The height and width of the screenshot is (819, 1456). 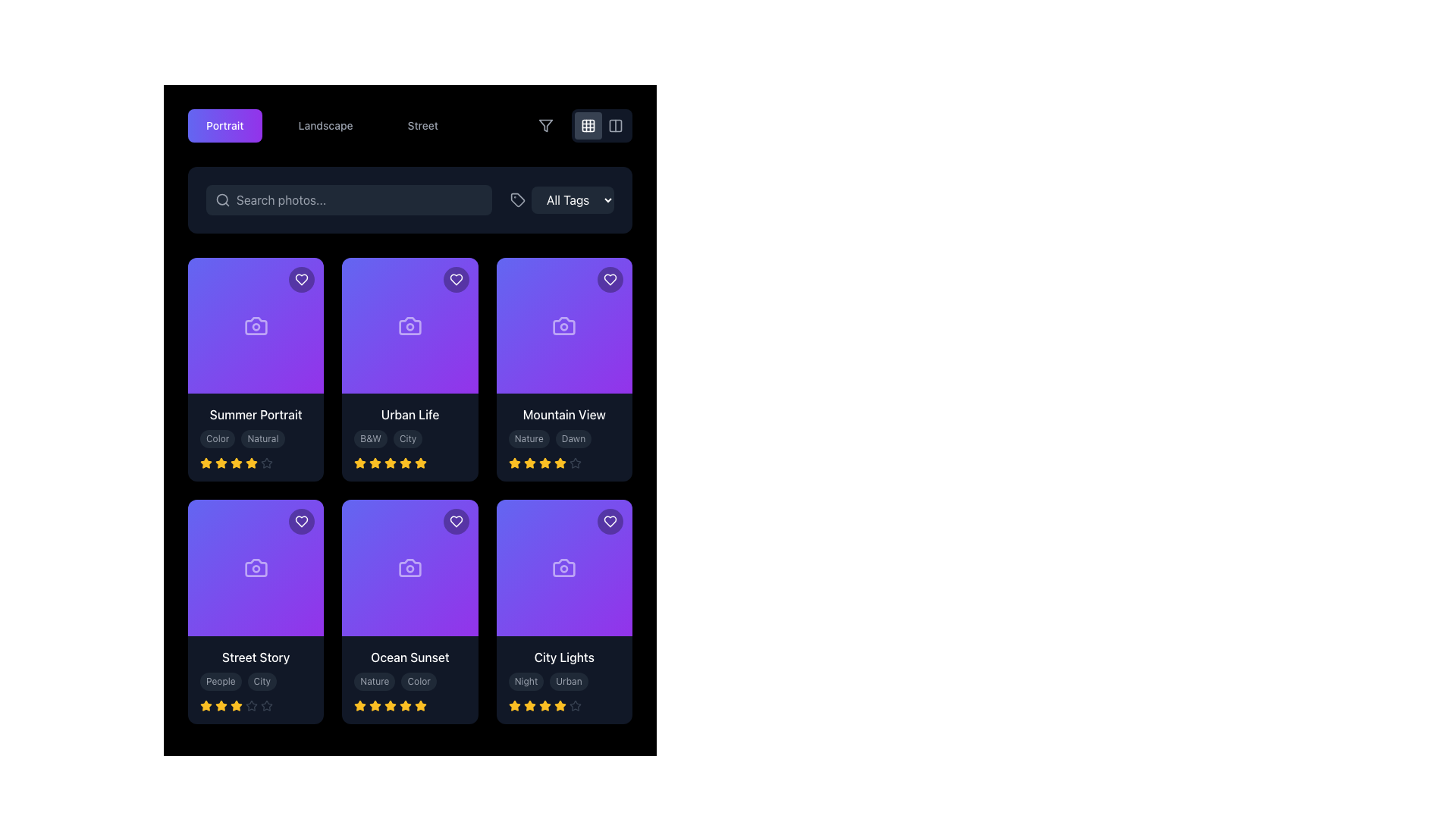 What do you see at coordinates (256, 438) in the screenshot?
I see `the 'Color' and 'Natural' tags styled as rounded background elements located below the title 'Summer Portrait' in the first card of the grid layout` at bounding box center [256, 438].